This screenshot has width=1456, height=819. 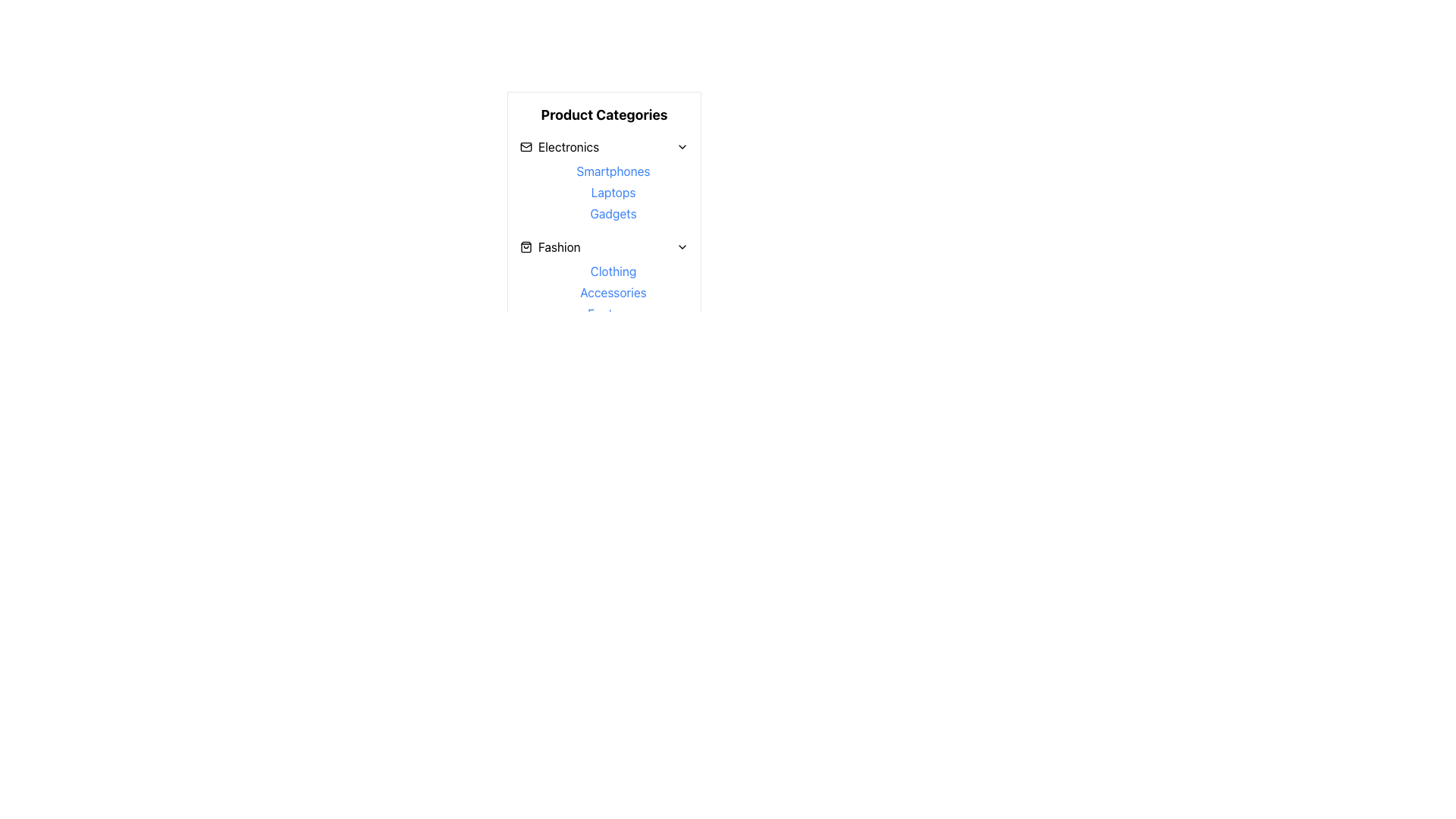 I want to click on the interactive icon, a downwards-facing chevron arrow located in the 'Fashion' category section of the 'Product Categories' menu, so click(x=682, y=246).